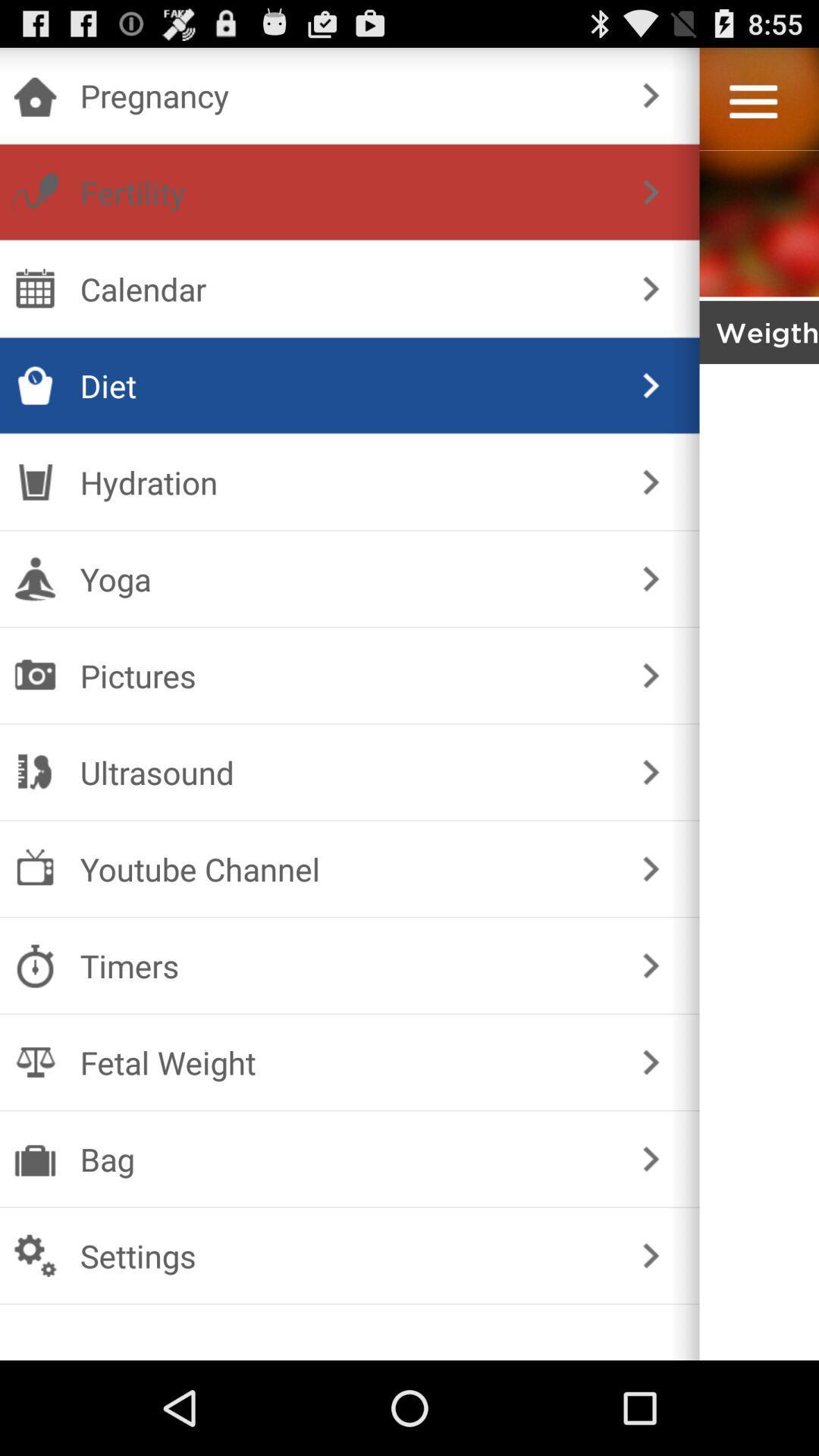 The height and width of the screenshot is (1456, 819). What do you see at coordinates (347, 772) in the screenshot?
I see `the ultrasound` at bounding box center [347, 772].